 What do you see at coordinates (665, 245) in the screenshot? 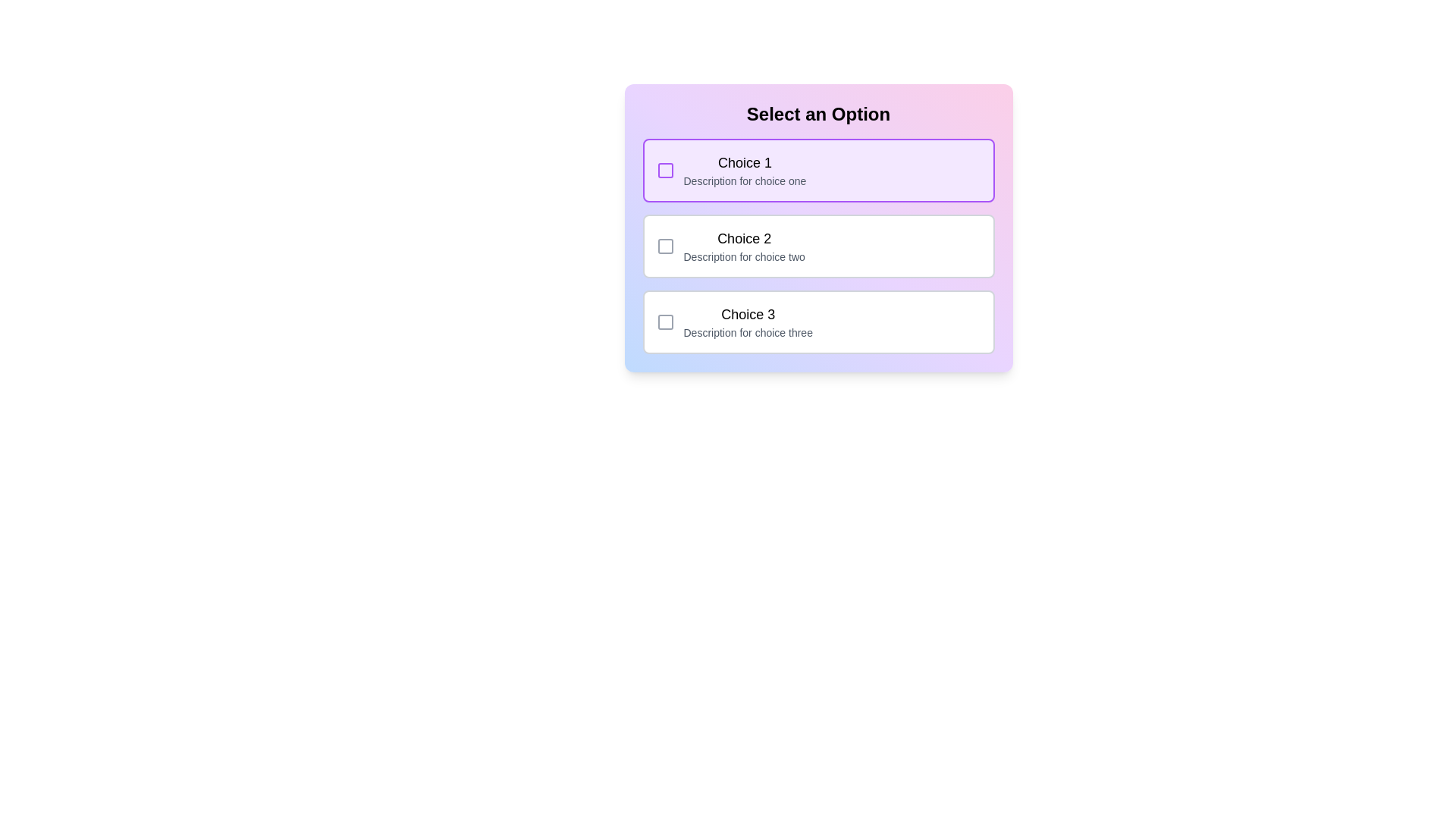
I see `the checkbox located to the left of 'Choice 2' in the second row of the three-row choice selection menu` at bounding box center [665, 245].